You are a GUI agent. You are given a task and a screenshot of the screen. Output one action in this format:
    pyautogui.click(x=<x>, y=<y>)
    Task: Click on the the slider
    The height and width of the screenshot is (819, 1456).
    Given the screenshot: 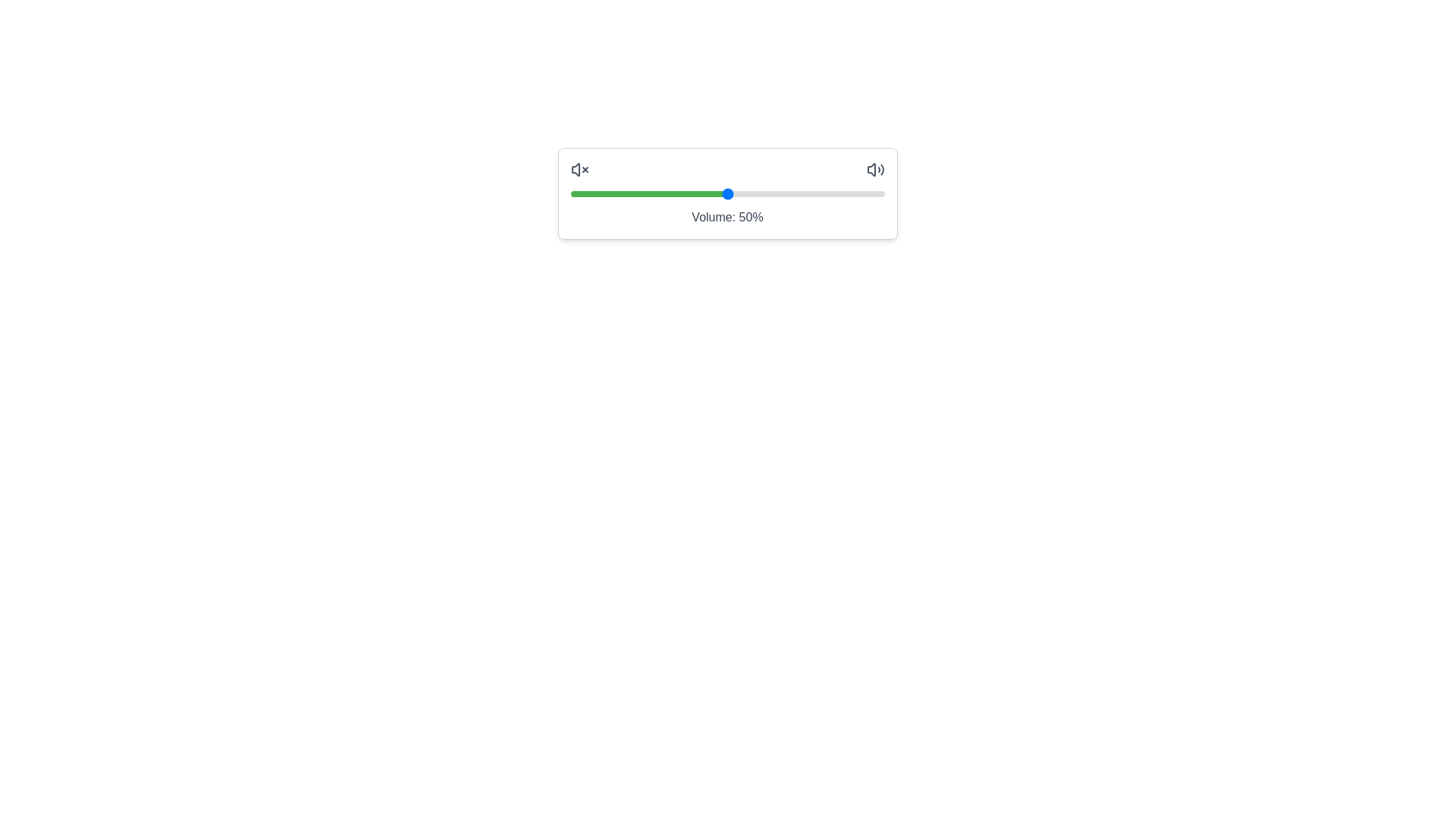 What is the action you would take?
    pyautogui.click(x=795, y=193)
    